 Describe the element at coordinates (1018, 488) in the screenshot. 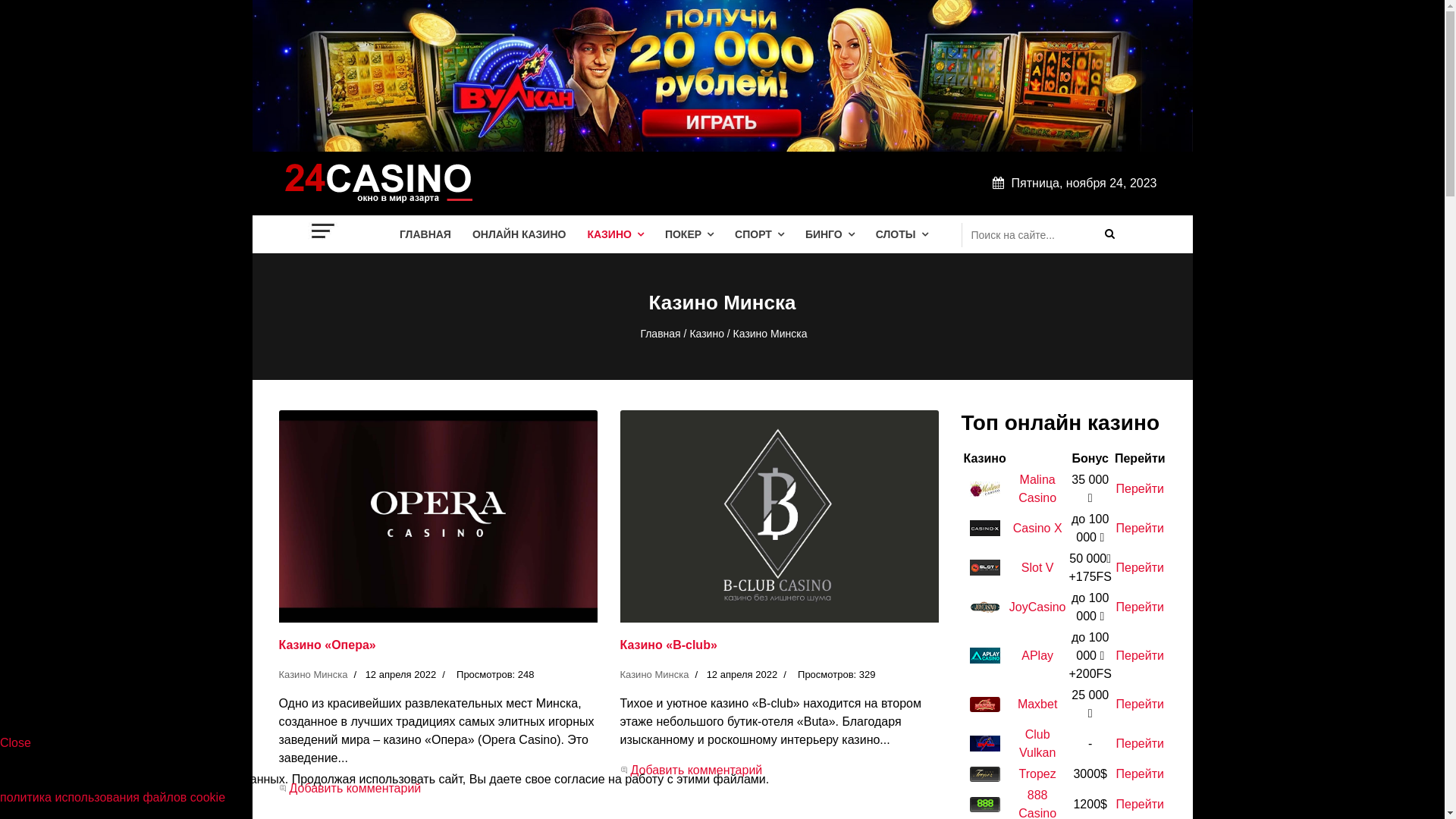

I see `'Malina Casino'` at that location.